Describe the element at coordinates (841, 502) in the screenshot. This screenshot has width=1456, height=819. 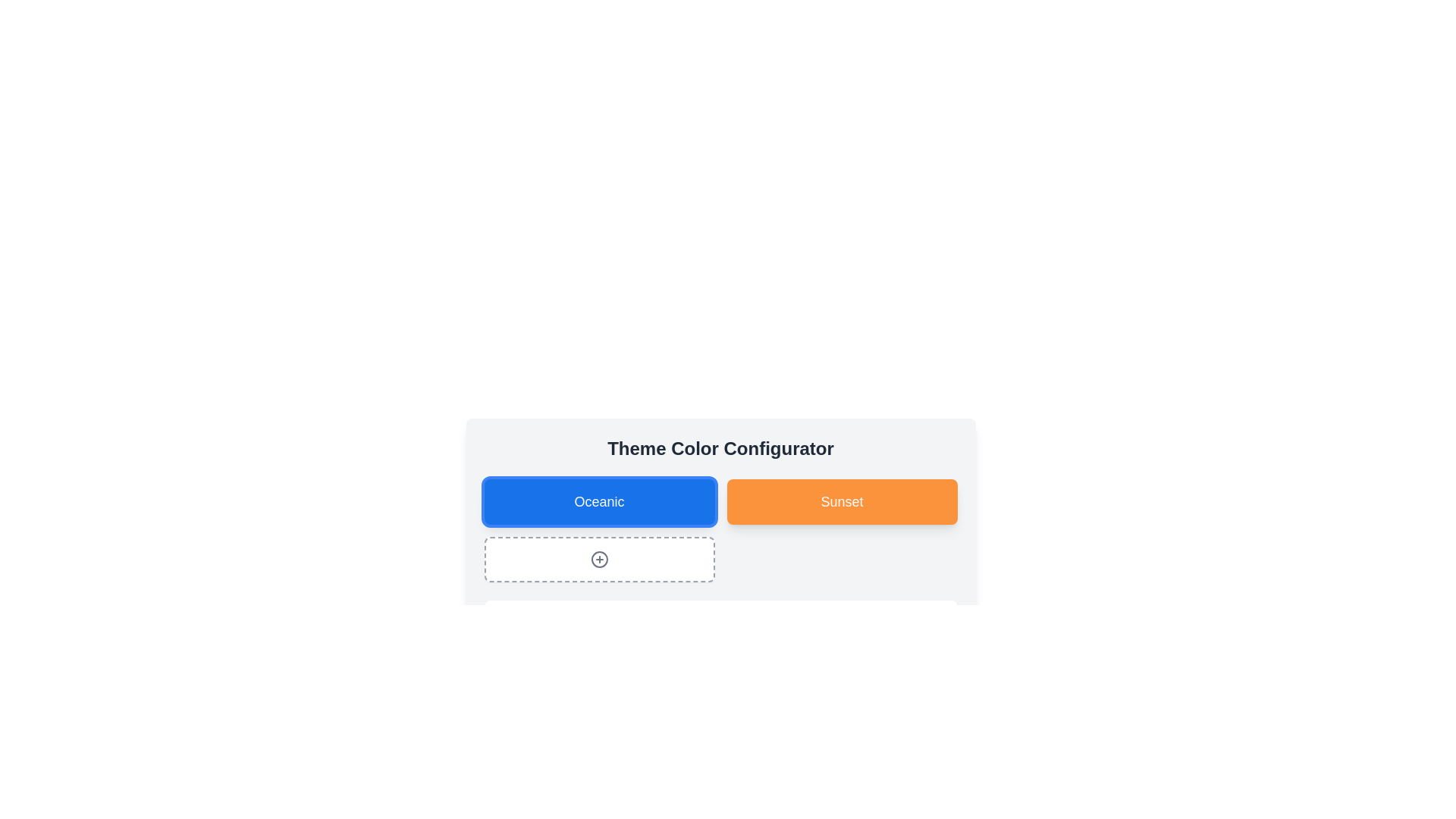
I see `the orange button labeled 'Sunset' located in the first row and second column of the 'Theme Color Configurator' section` at that location.